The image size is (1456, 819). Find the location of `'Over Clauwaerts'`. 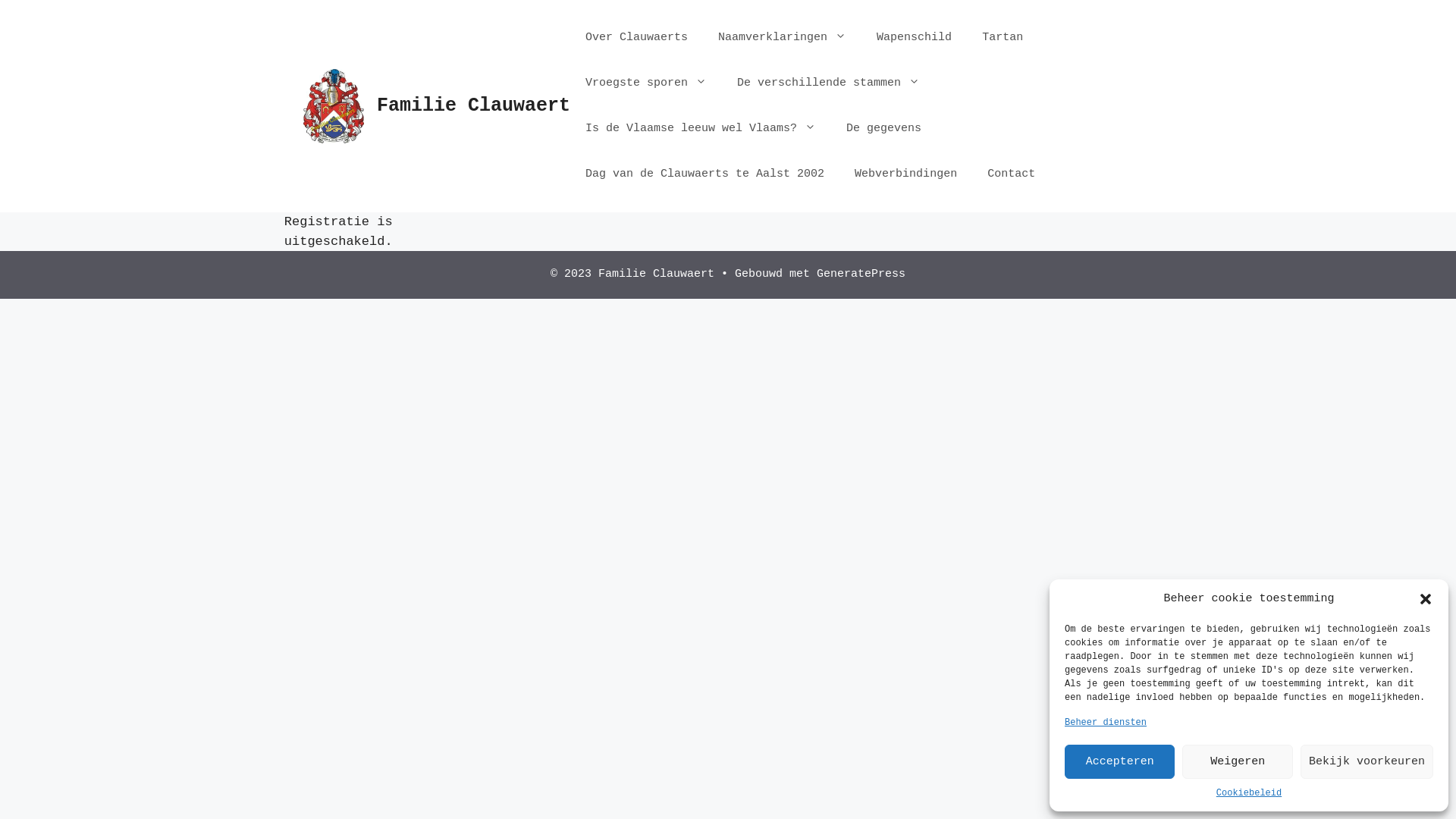

'Over Clauwaerts' is located at coordinates (636, 37).